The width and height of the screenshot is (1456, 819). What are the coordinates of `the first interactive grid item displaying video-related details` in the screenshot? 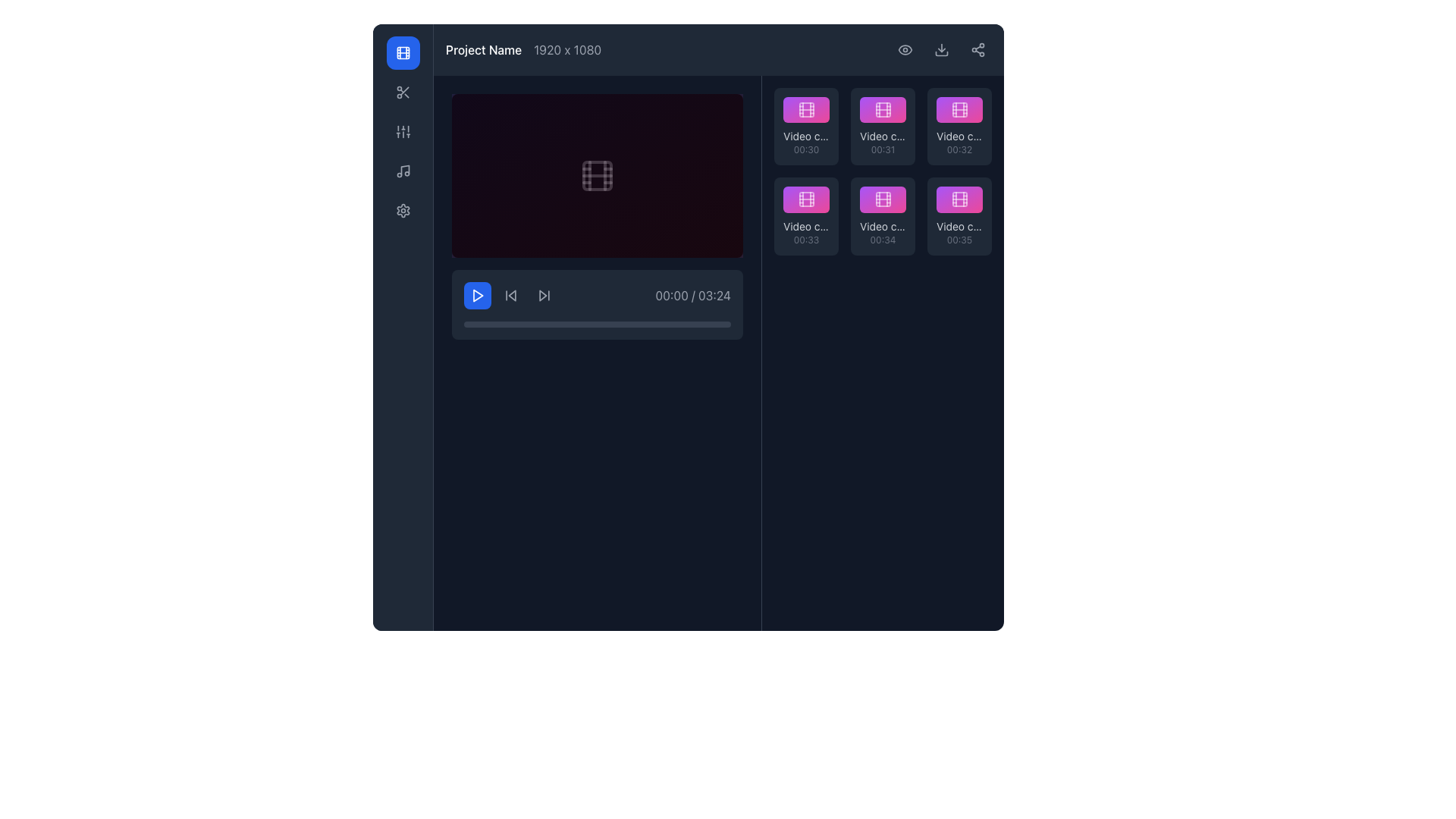 It's located at (805, 126).